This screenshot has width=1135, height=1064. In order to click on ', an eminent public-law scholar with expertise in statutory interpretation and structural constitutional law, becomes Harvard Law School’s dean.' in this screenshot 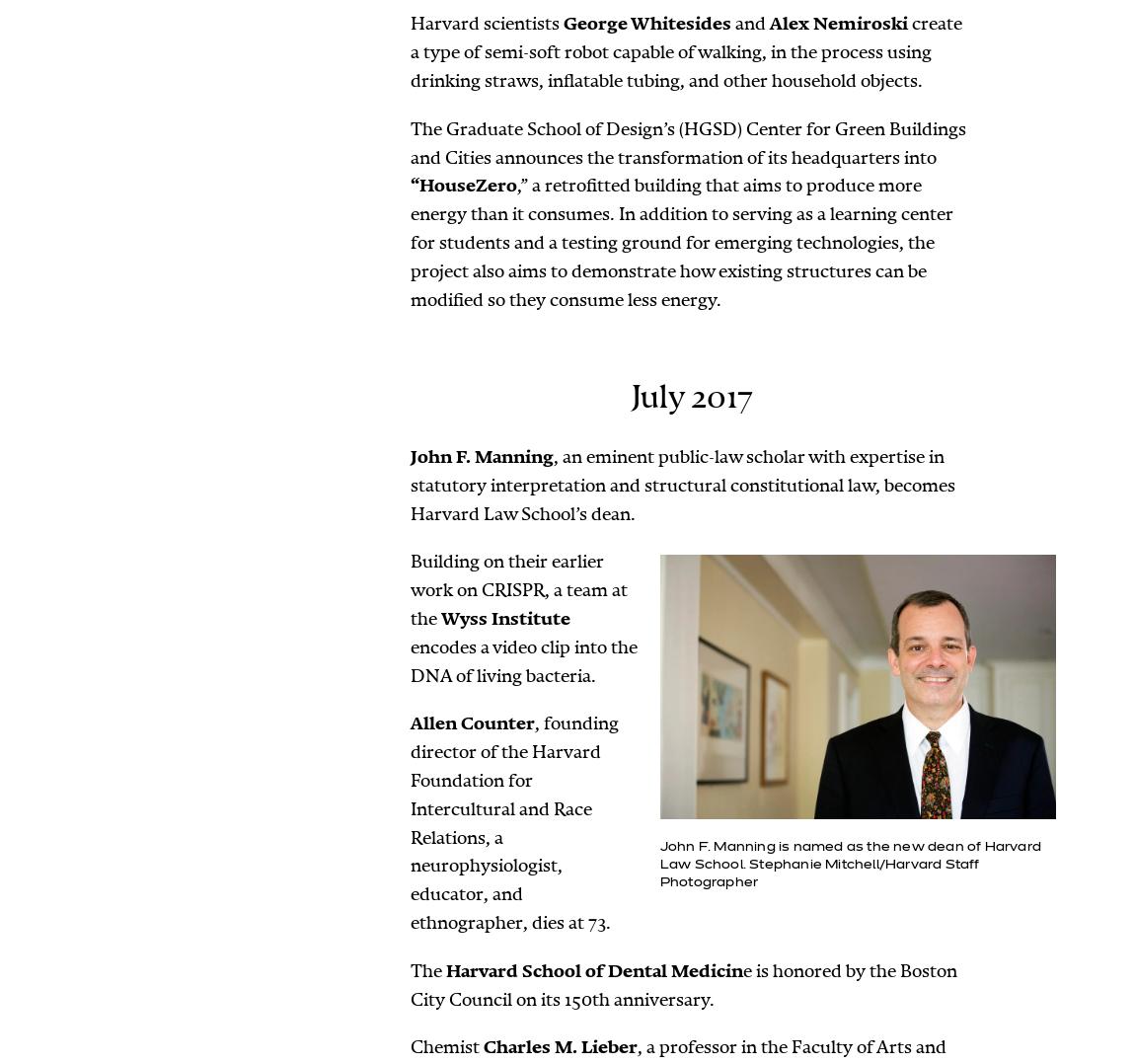, I will do `click(410, 484)`.